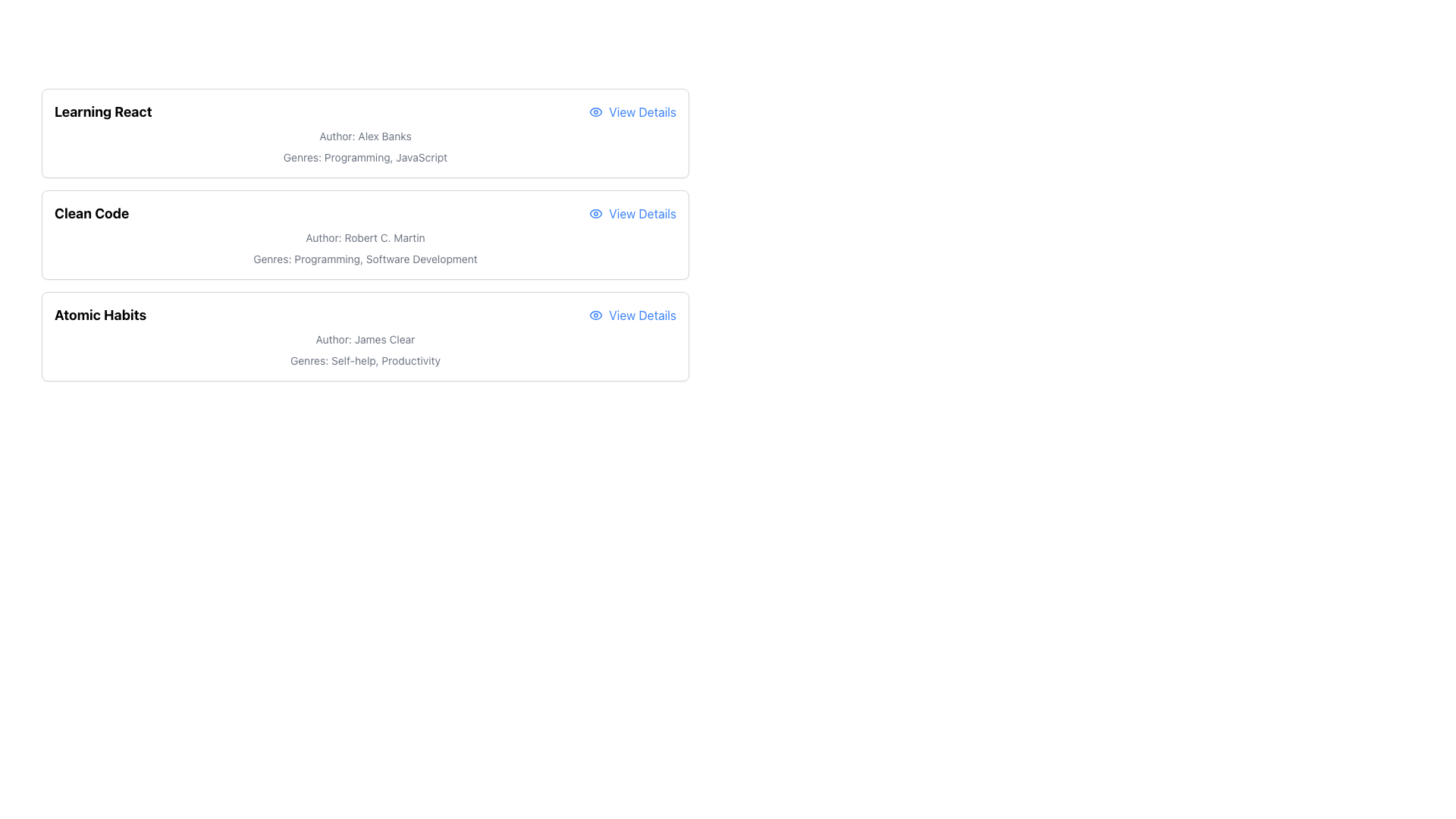  What do you see at coordinates (365, 133) in the screenshot?
I see `the Information Card for the book titled 'Learning React', which is the first card in a vertical list of three cards` at bounding box center [365, 133].